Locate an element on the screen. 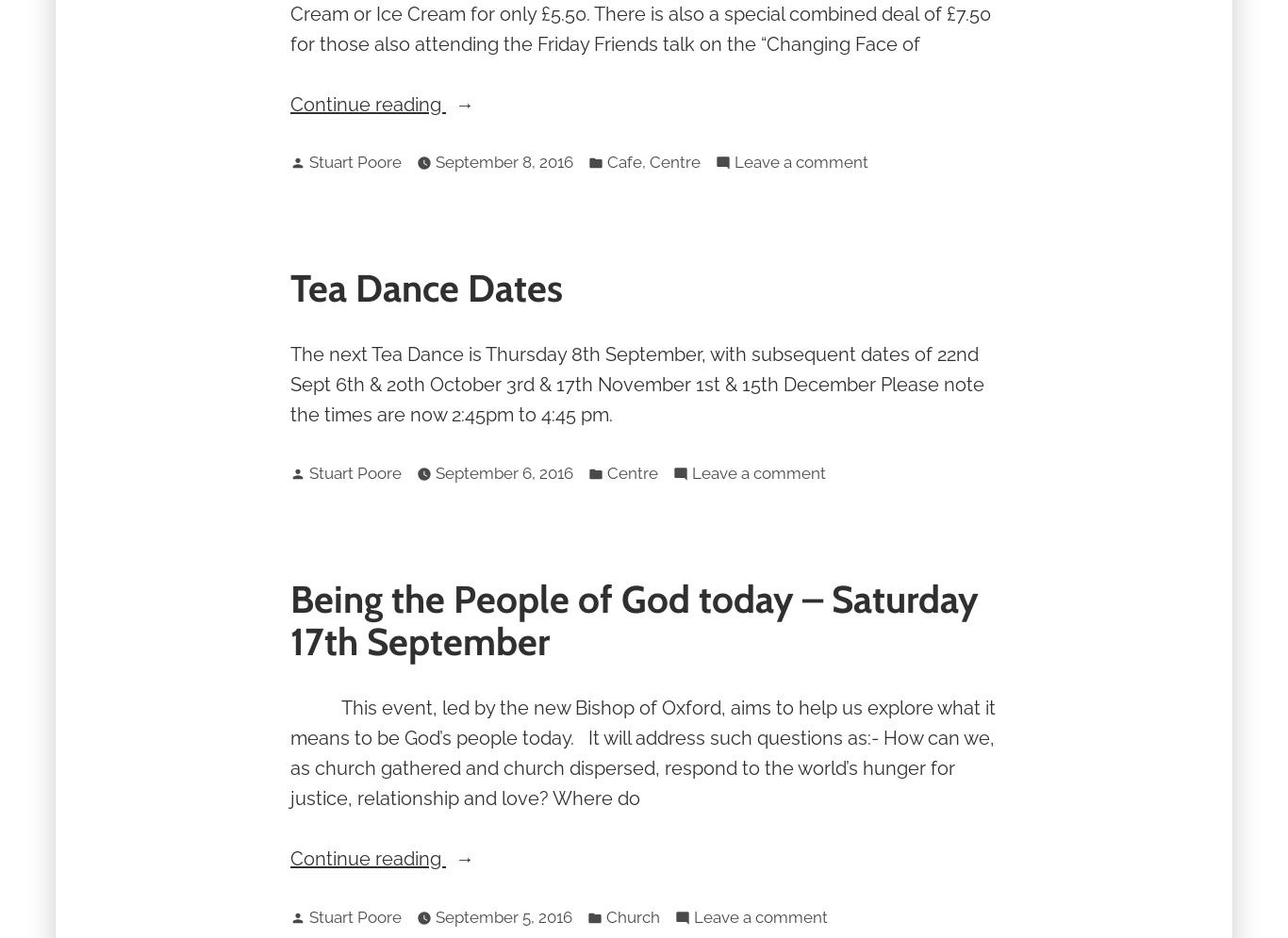  'September 6, 2016' is located at coordinates (504, 470).